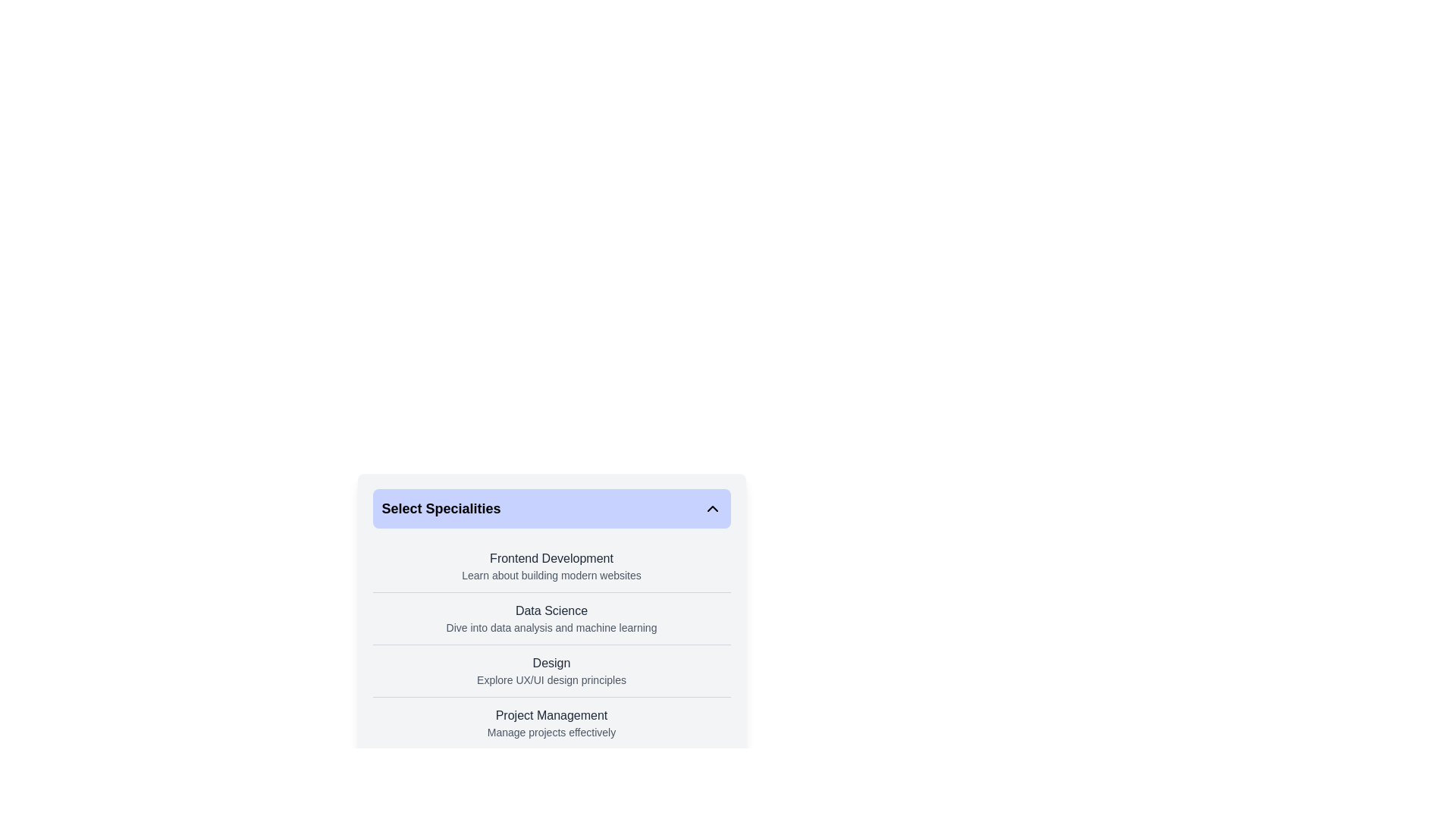 Image resolution: width=1456 pixels, height=819 pixels. What do you see at coordinates (551, 722) in the screenshot?
I see `the fourth item in the dropdown menu labeled 'Project Management'` at bounding box center [551, 722].